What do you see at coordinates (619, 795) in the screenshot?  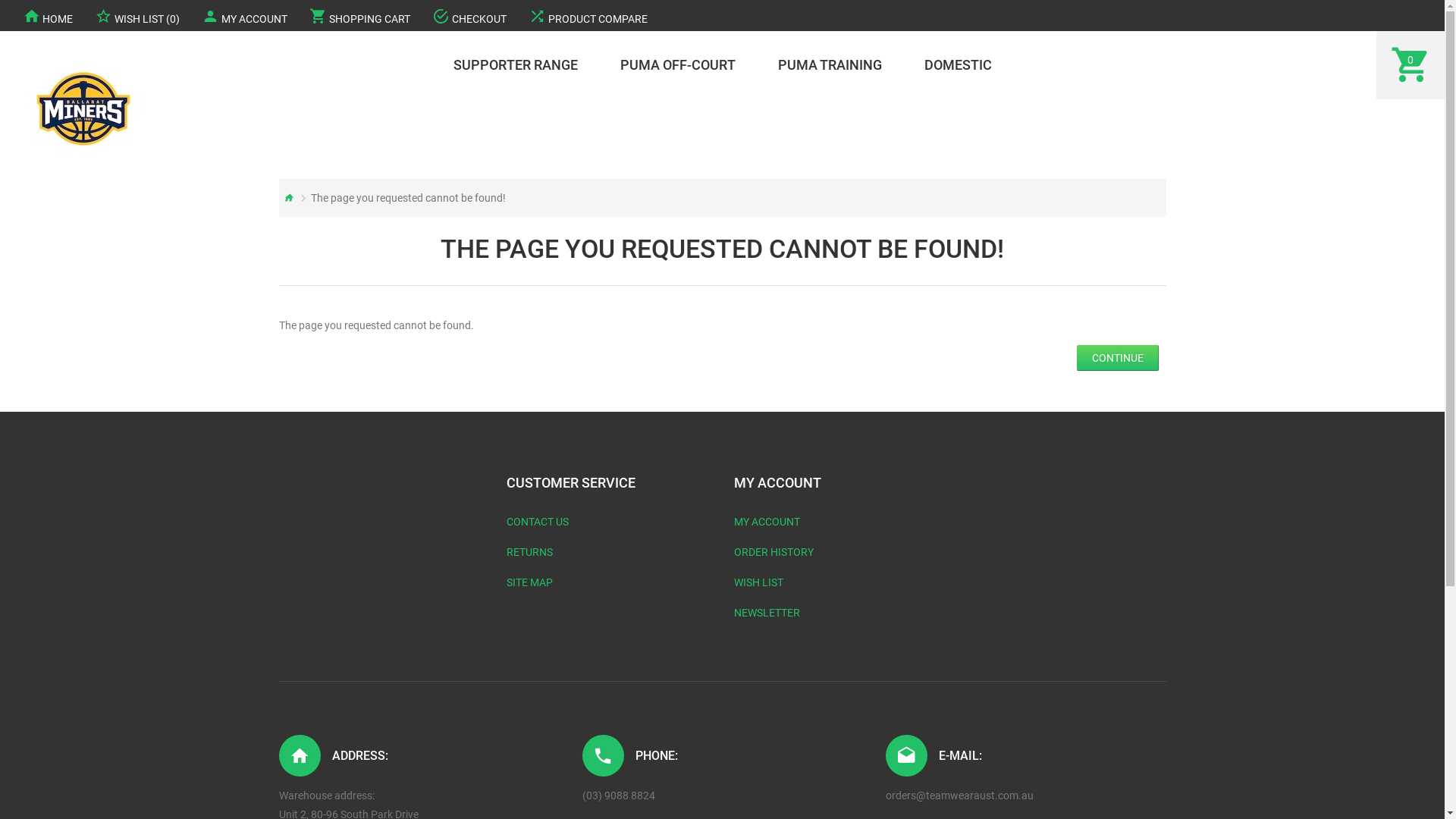 I see `'(03) 9088 8824'` at bounding box center [619, 795].